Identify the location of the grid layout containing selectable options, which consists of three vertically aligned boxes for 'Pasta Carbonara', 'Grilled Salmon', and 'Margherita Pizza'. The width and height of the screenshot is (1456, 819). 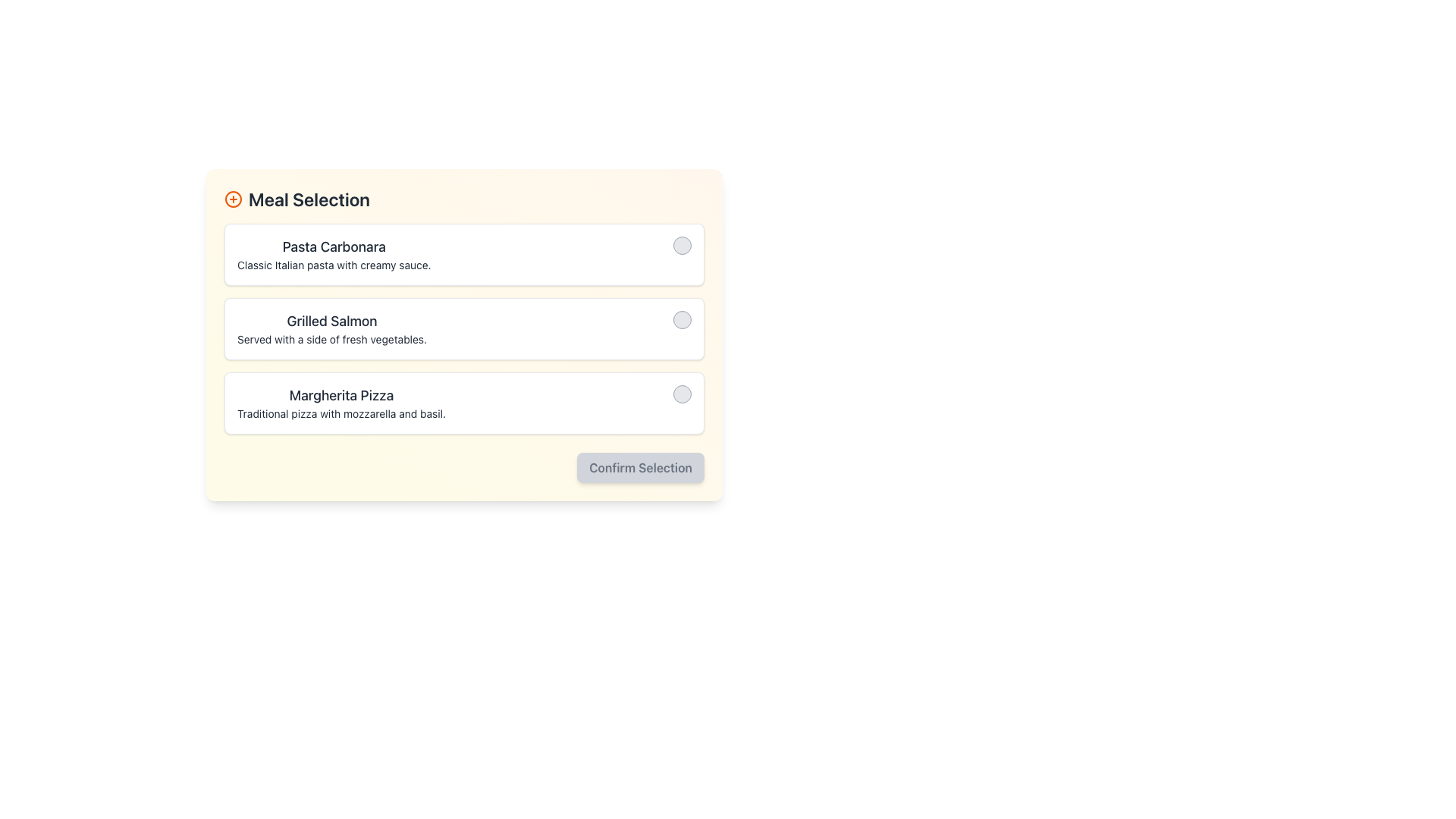
(463, 328).